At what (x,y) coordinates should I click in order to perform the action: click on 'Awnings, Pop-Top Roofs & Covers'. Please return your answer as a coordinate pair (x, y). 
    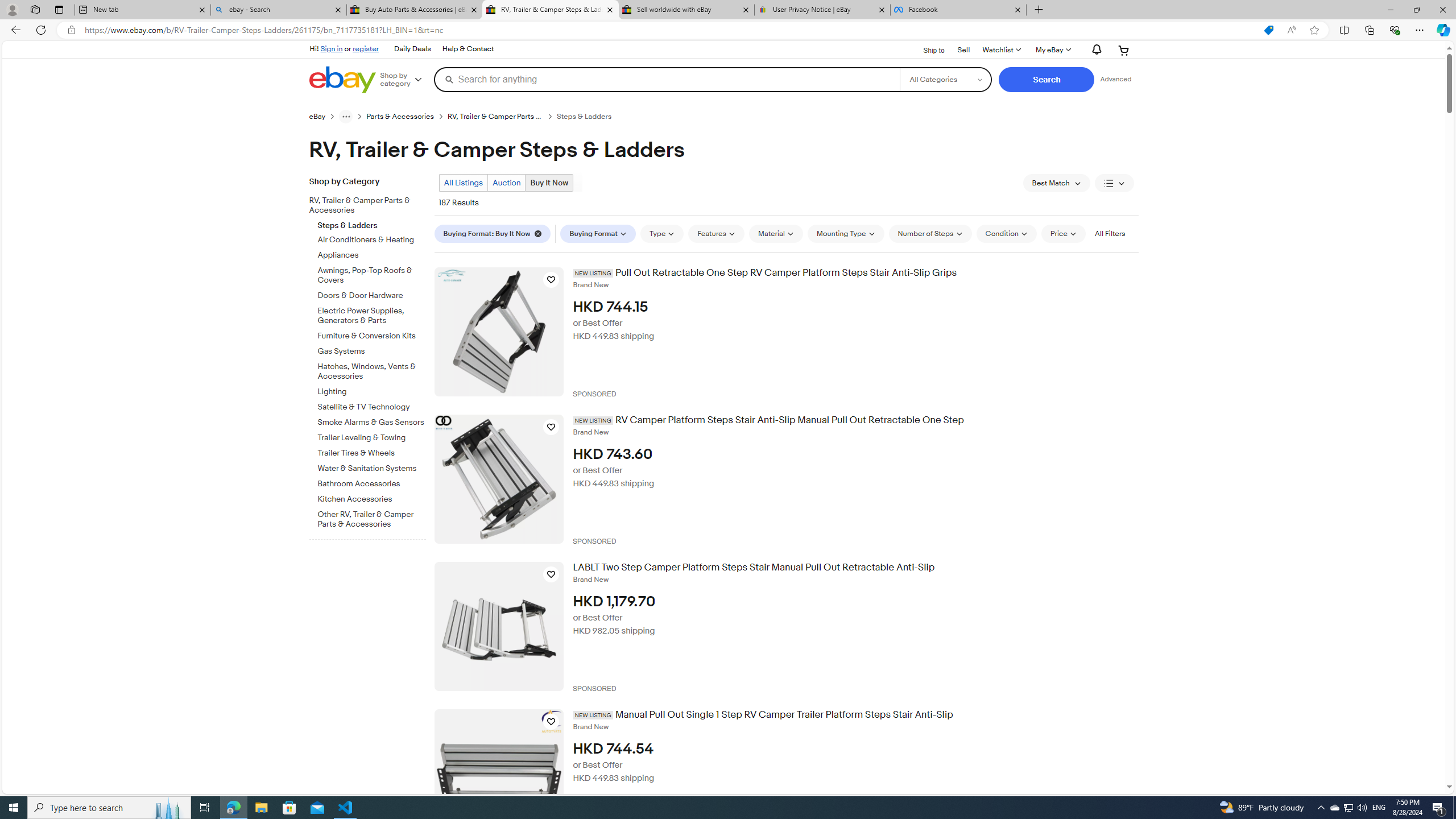
    Looking at the image, I should click on (371, 275).